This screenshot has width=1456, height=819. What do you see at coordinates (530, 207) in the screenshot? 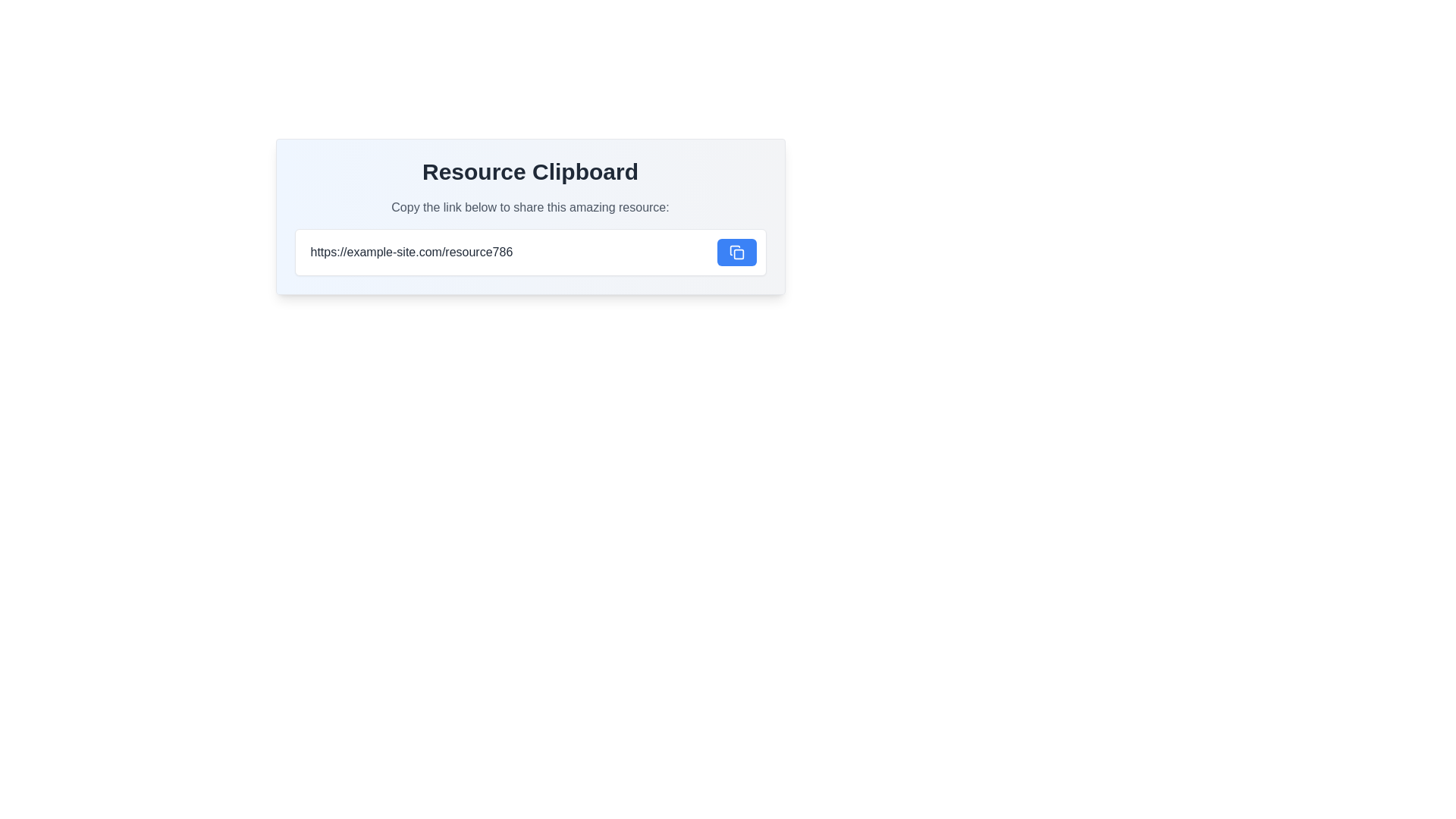
I see `the text label that instructs 'Copy the link below to share this amazing resource:', which is styled in gray within a blue-to-gray gradient panel, located below the title 'Resource Clipboard'` at bounding box center [530, 207].